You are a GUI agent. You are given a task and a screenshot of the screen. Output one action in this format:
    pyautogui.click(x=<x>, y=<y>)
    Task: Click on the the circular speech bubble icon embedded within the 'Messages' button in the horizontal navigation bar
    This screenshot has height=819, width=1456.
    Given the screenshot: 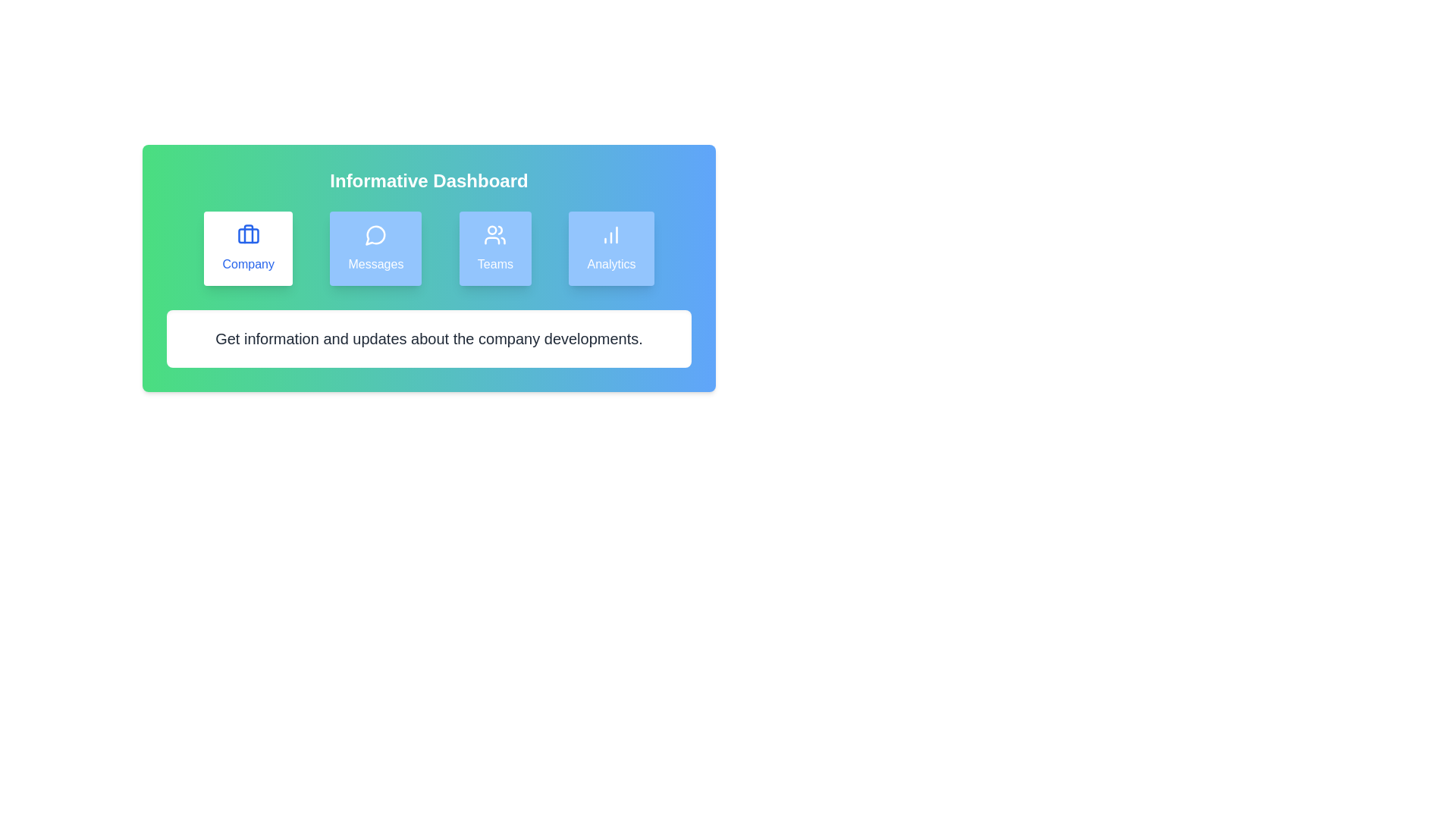 What is the action you would take?
    pyautogui.click(x=375, y=235)
    